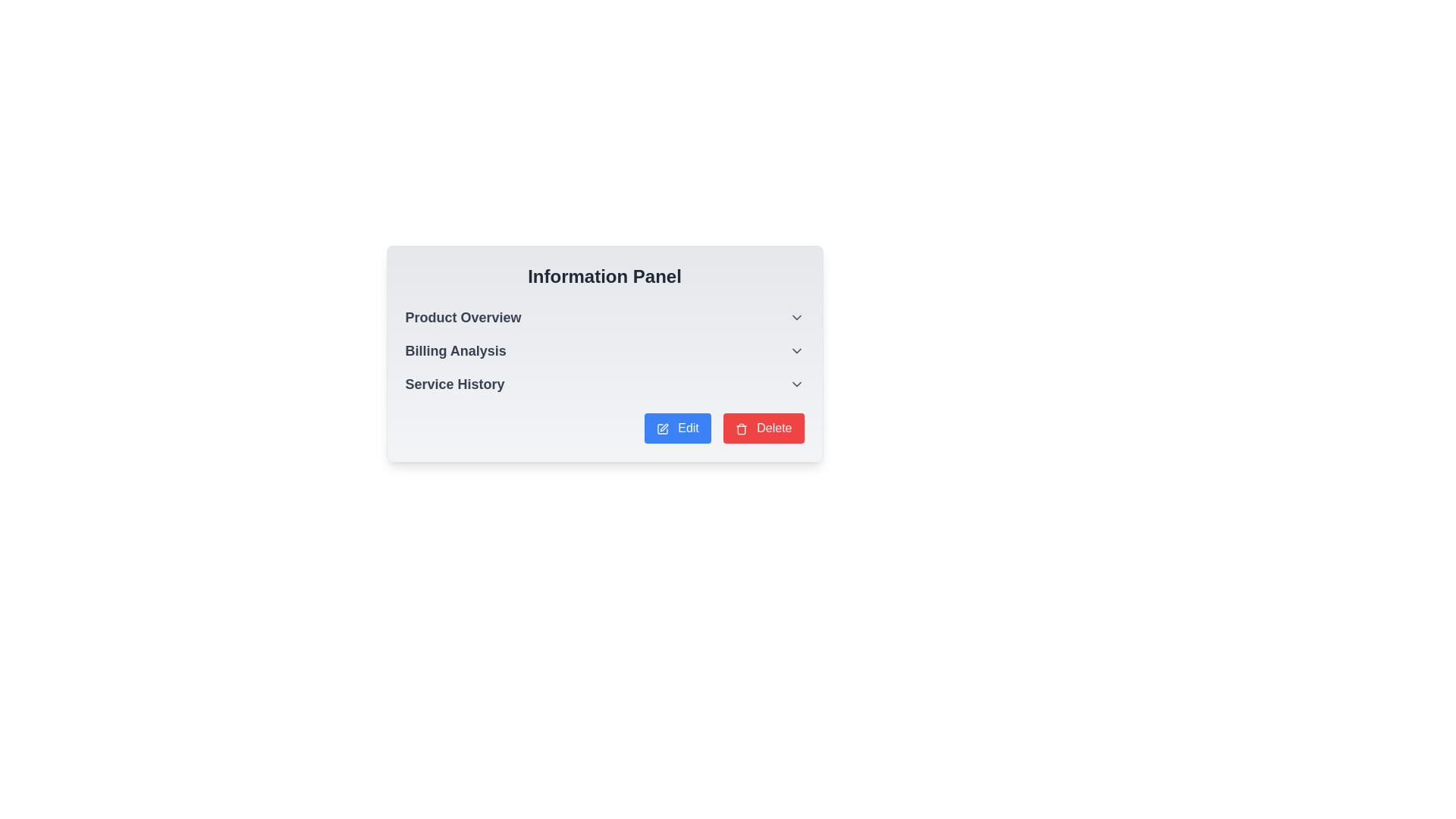 This screenshot has width=1456, height=819. What do you see at coordinates (795, 383) in the screenshot?
I see `the chevron-down icon button located to the right of the 'Service History' text in the 'Information Panel' section to indicate interactivity` at bounding box center [795, 383].